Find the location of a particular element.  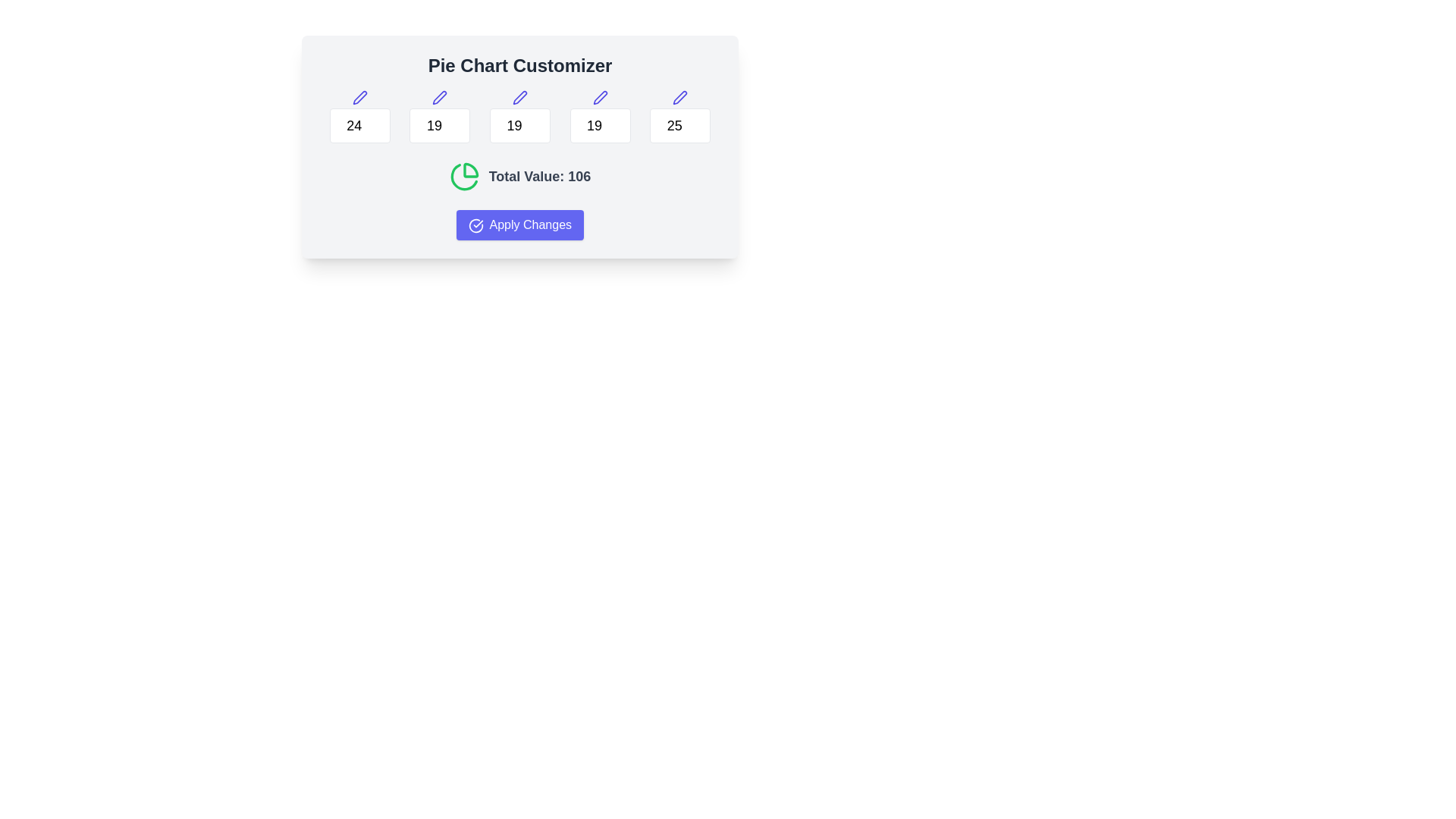

the blue button labeled 'Apply Changes' with a checkmark icon to observe any hover effects is located at coordinates (520, 225).